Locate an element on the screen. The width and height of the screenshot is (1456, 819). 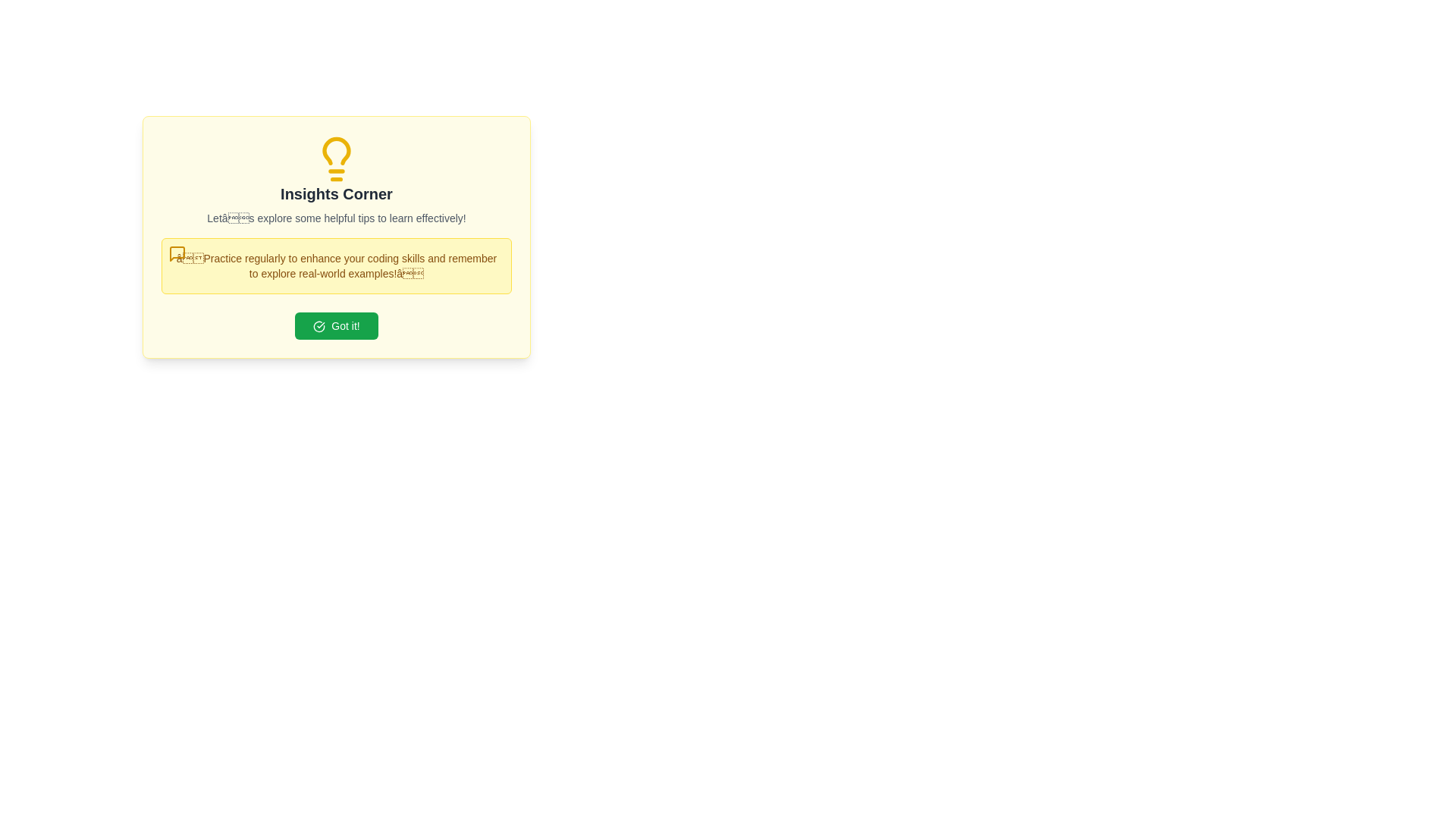
the decorative filament graphic element located at the top-center of the lightbulb icon within a yellow background card is located at coordinates (336, 151).